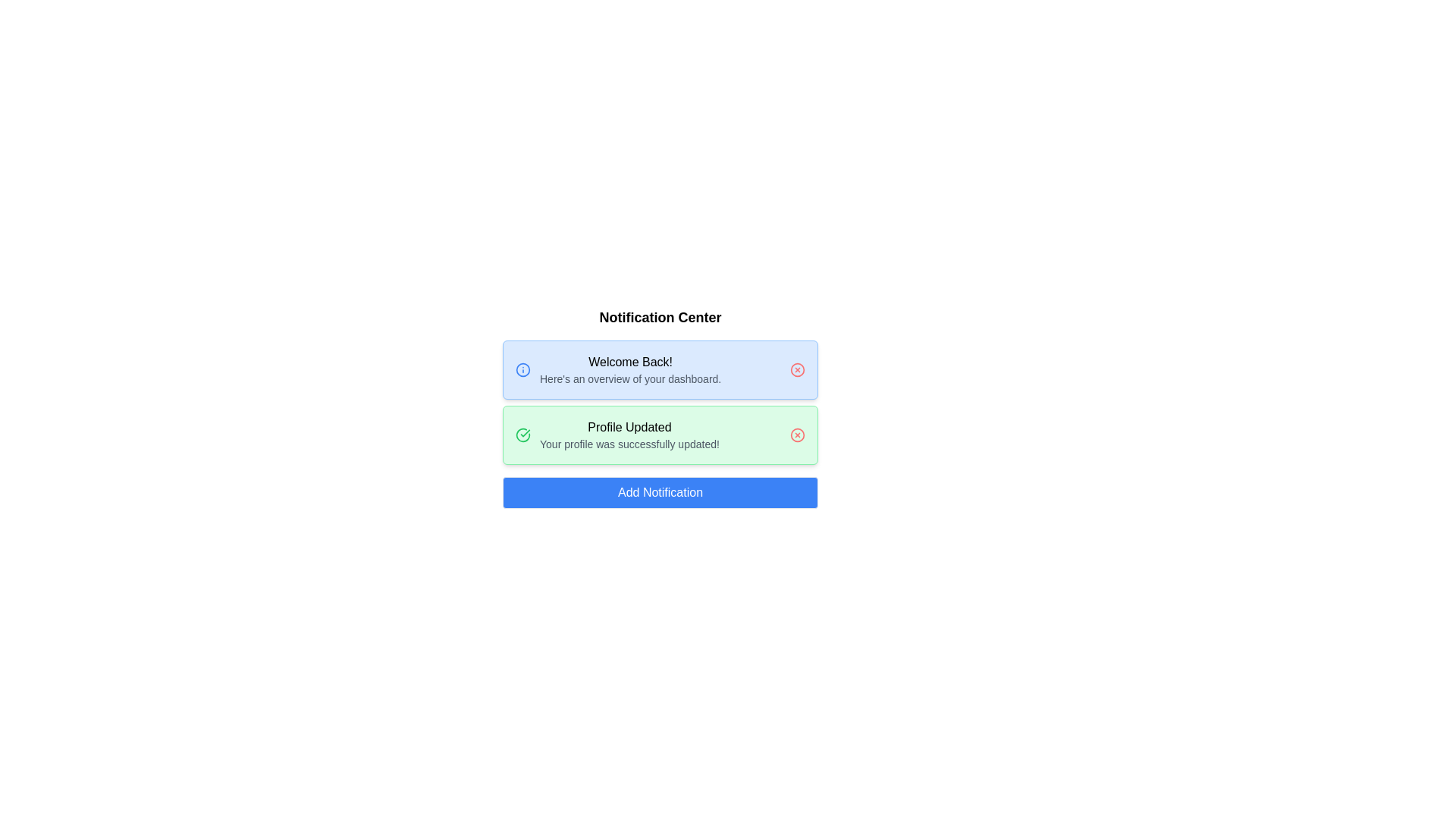  Describe the element at coordinates (796, 370) in the screenshot. I see `the close button located at the top-right corner of the 'Welcome Back!' notification card` at that location.